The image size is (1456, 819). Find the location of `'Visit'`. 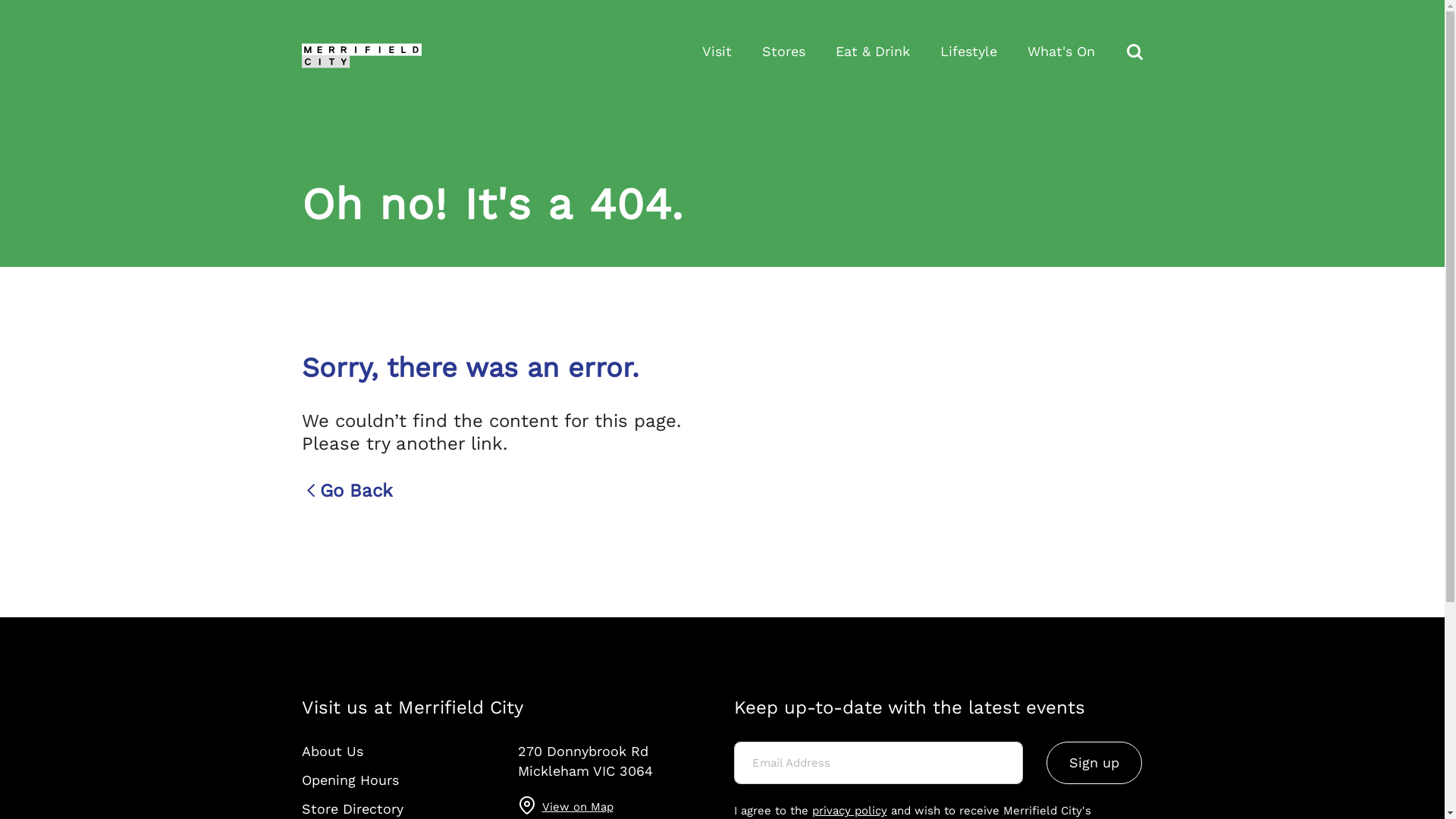

'Visit' is located at coordinates (716, 51).